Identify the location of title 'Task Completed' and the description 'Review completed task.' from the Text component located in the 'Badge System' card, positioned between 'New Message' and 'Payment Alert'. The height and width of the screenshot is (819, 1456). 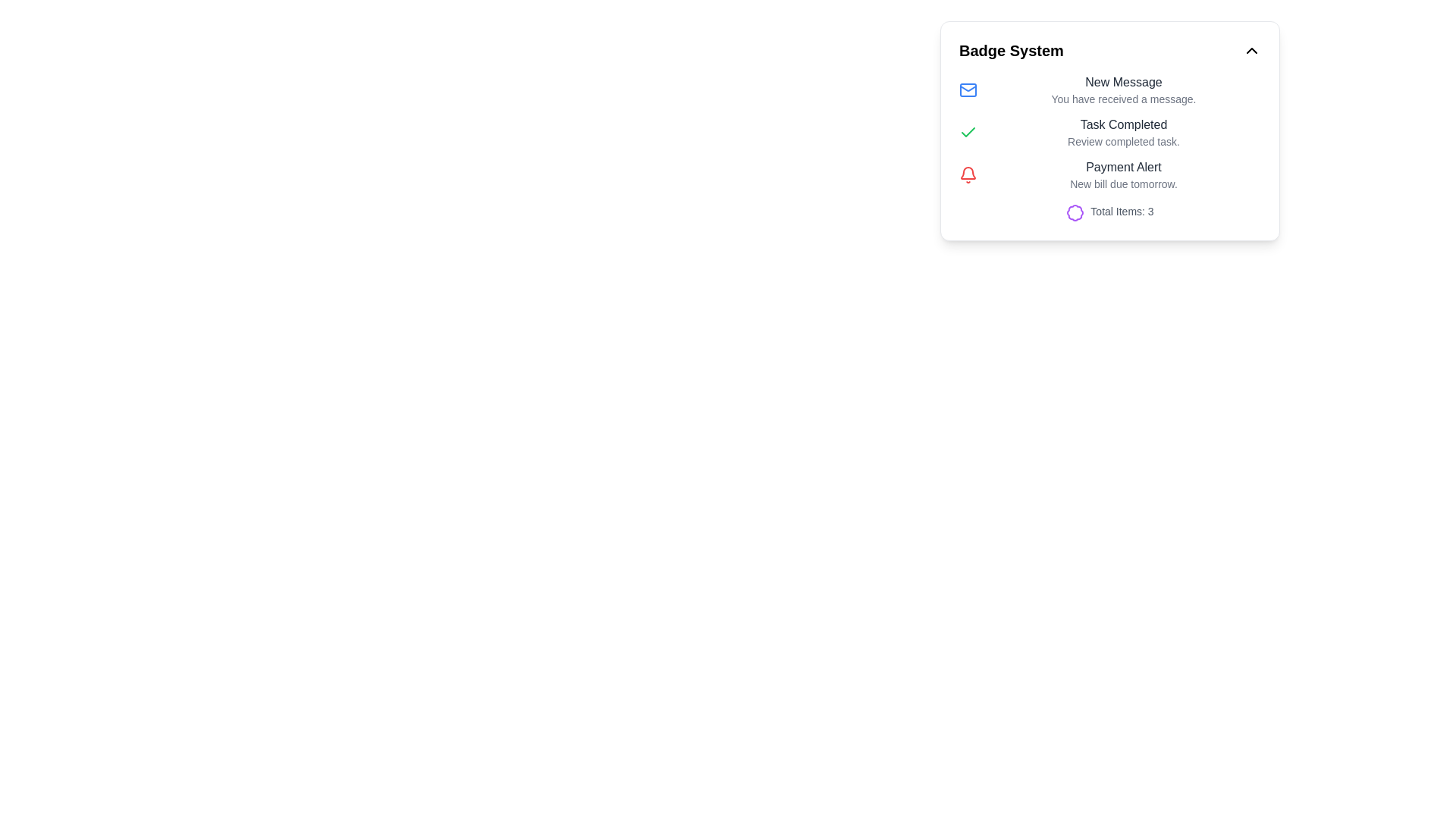
(1124, 131).